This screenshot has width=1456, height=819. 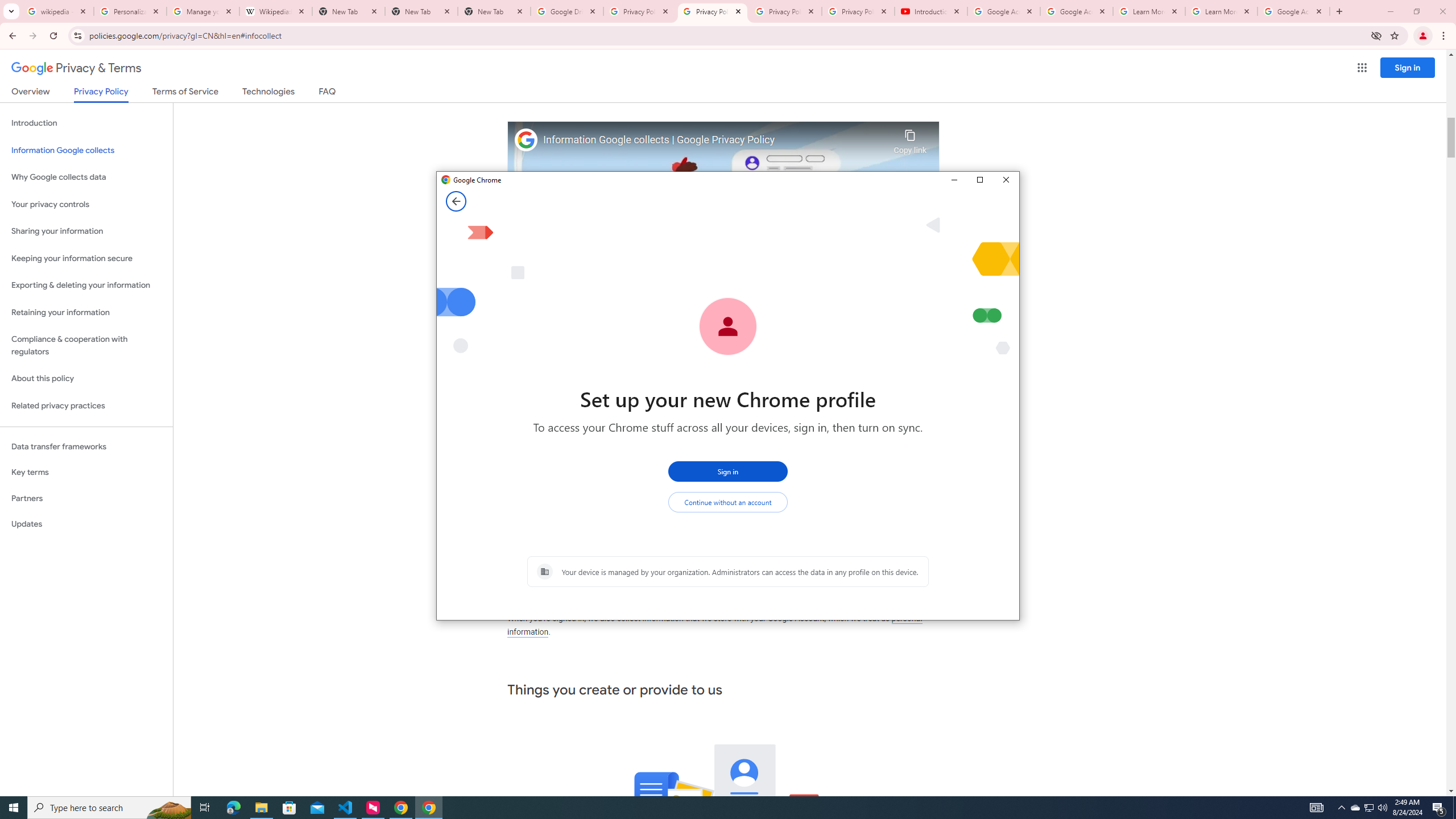 What do you see at coordinates (526, 139) in the screenshot?
I see `'Photo image of Google'` at bounding box center [526, 139].